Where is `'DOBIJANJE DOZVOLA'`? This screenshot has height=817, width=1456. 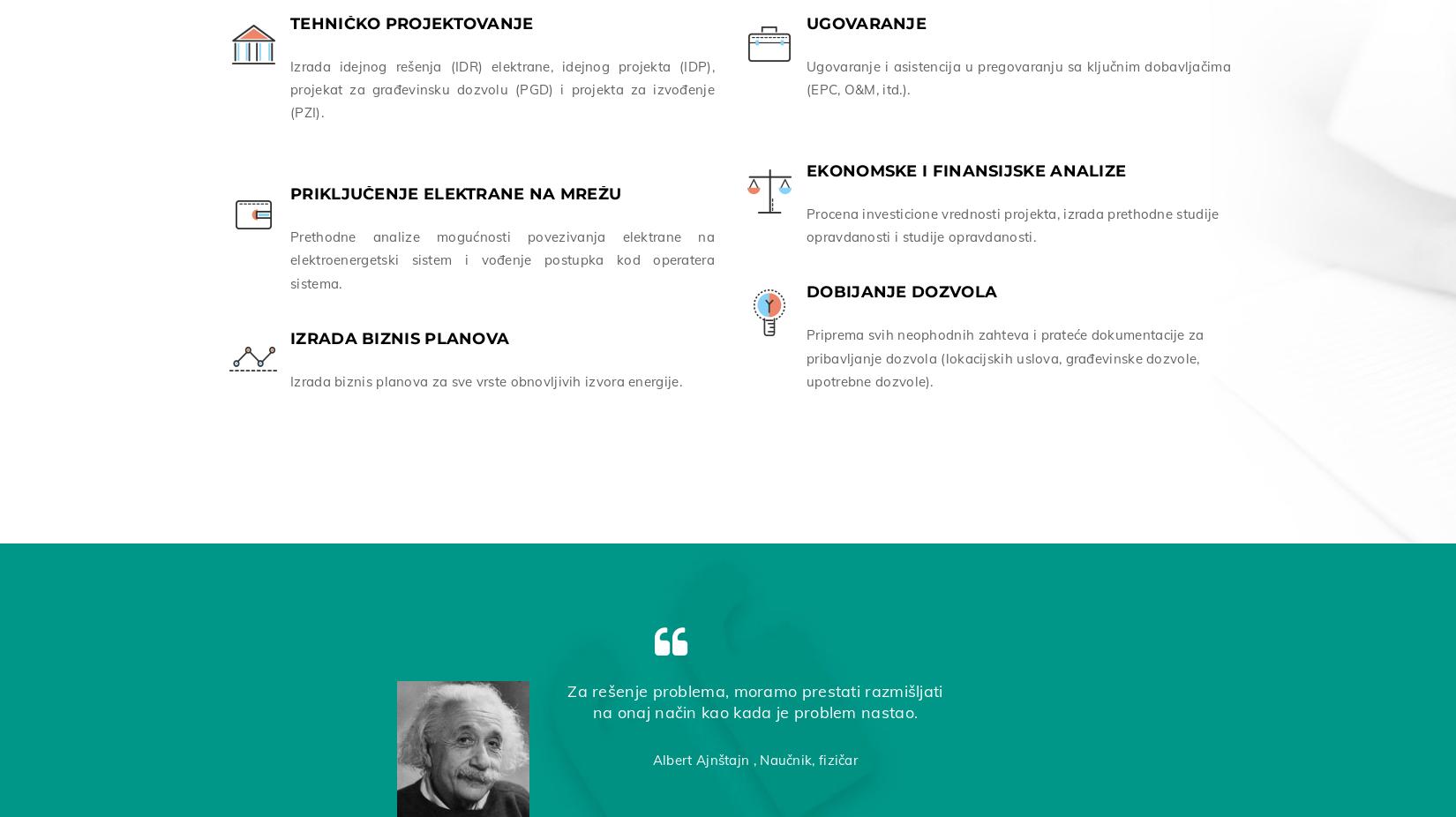 'DOBIJANJE DOZVOLA' is located at coordinates (902, 288).